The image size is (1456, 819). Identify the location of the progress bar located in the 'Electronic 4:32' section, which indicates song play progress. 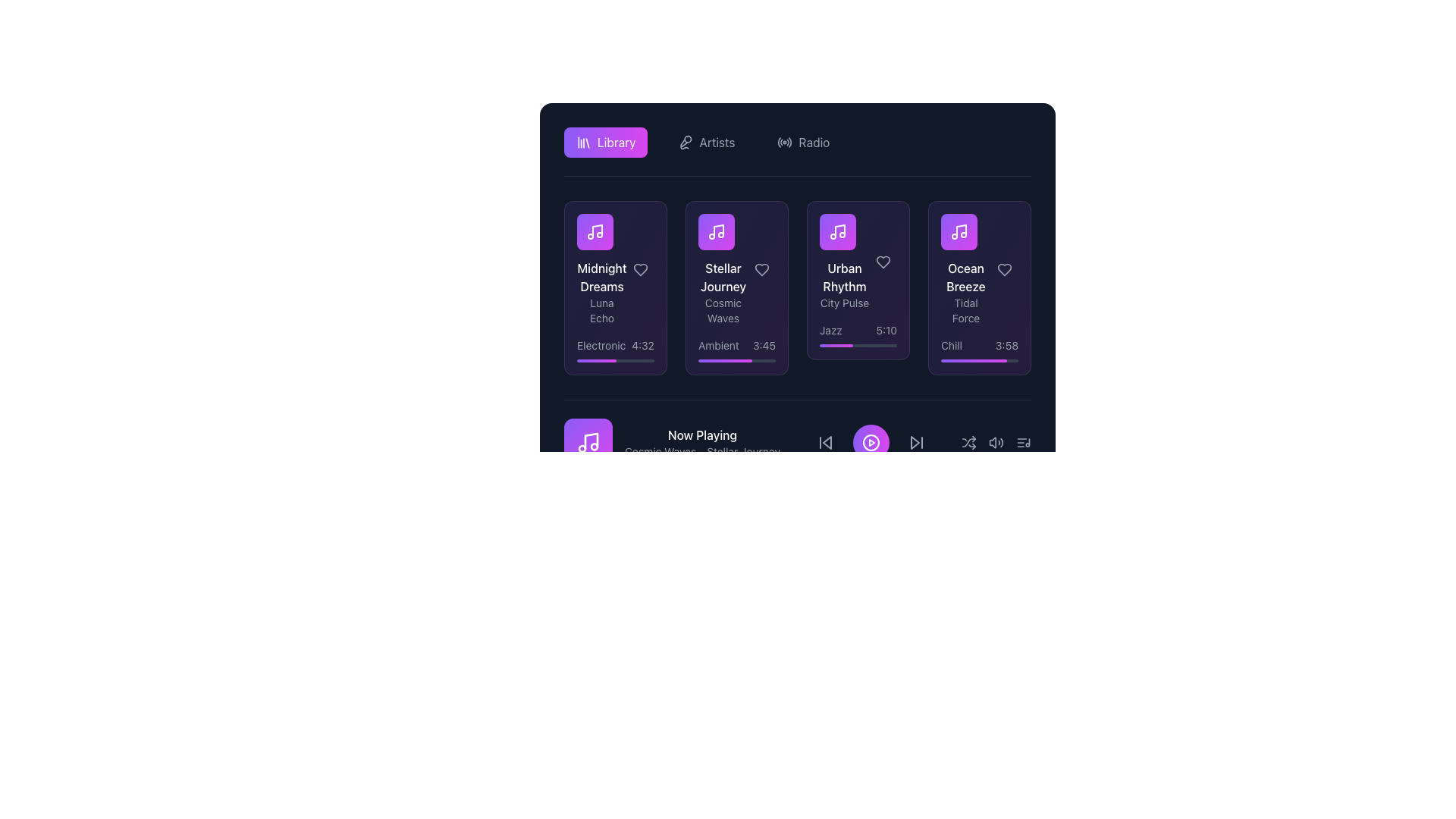
(615, 360).